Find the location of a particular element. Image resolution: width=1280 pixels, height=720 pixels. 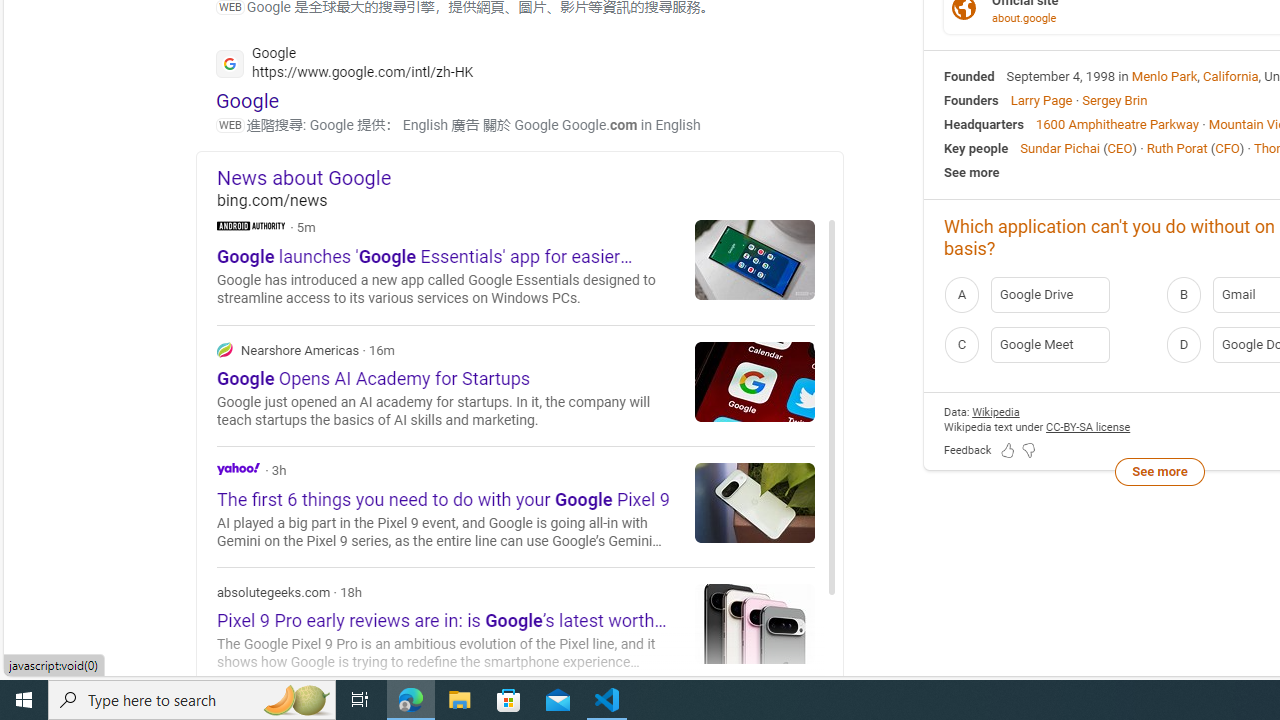

'California' is located at coordinates (1230, 74).